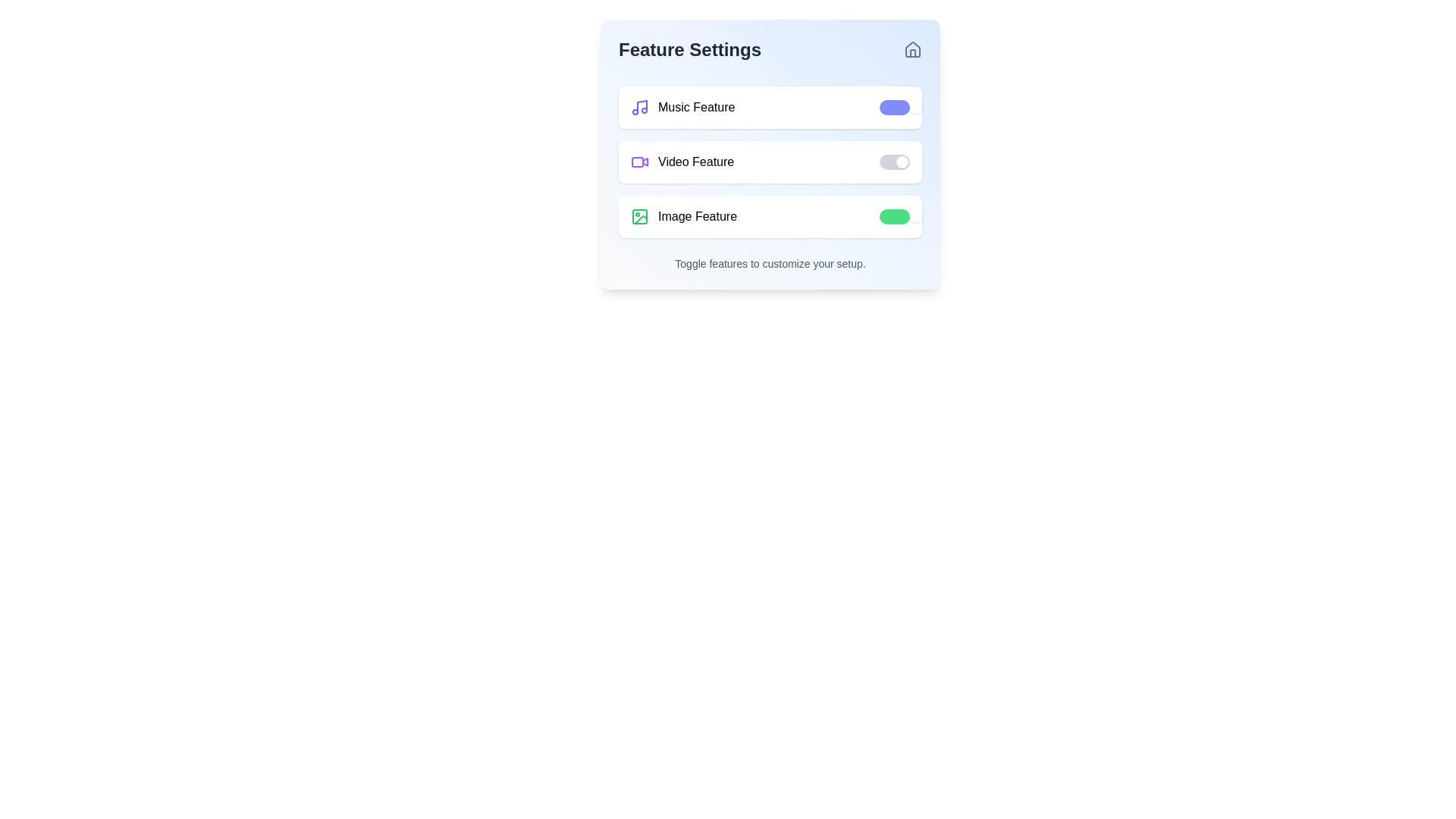  What do you see at coordinates (912, 49) in the screenshot?
I see `the stylized house icon located at the top-right corner of the 'Feature Settings' card` at bounding box center [912, 49].